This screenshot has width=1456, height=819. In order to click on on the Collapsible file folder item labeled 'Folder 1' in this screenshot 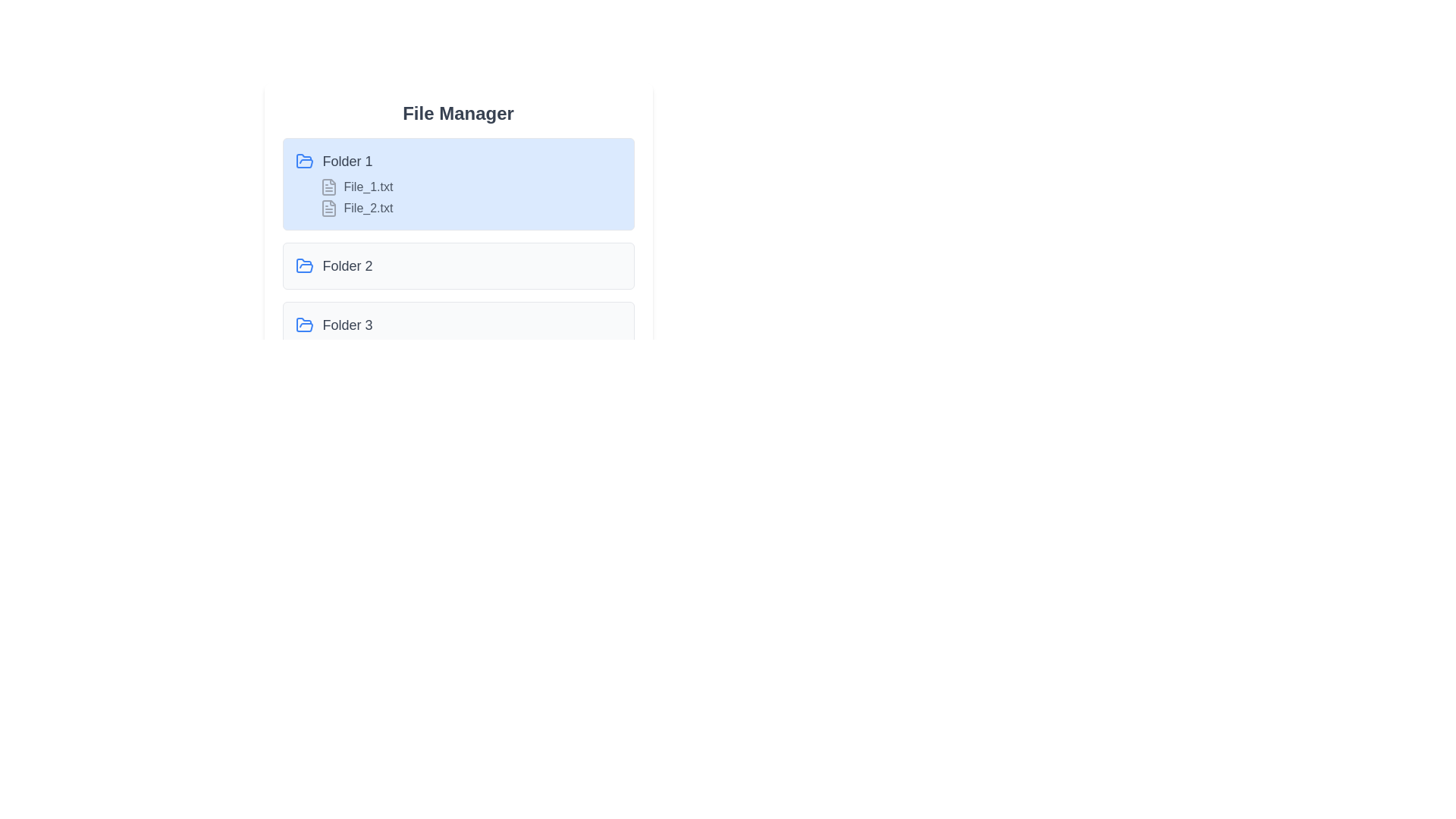, I will do `click(457, 184)`.